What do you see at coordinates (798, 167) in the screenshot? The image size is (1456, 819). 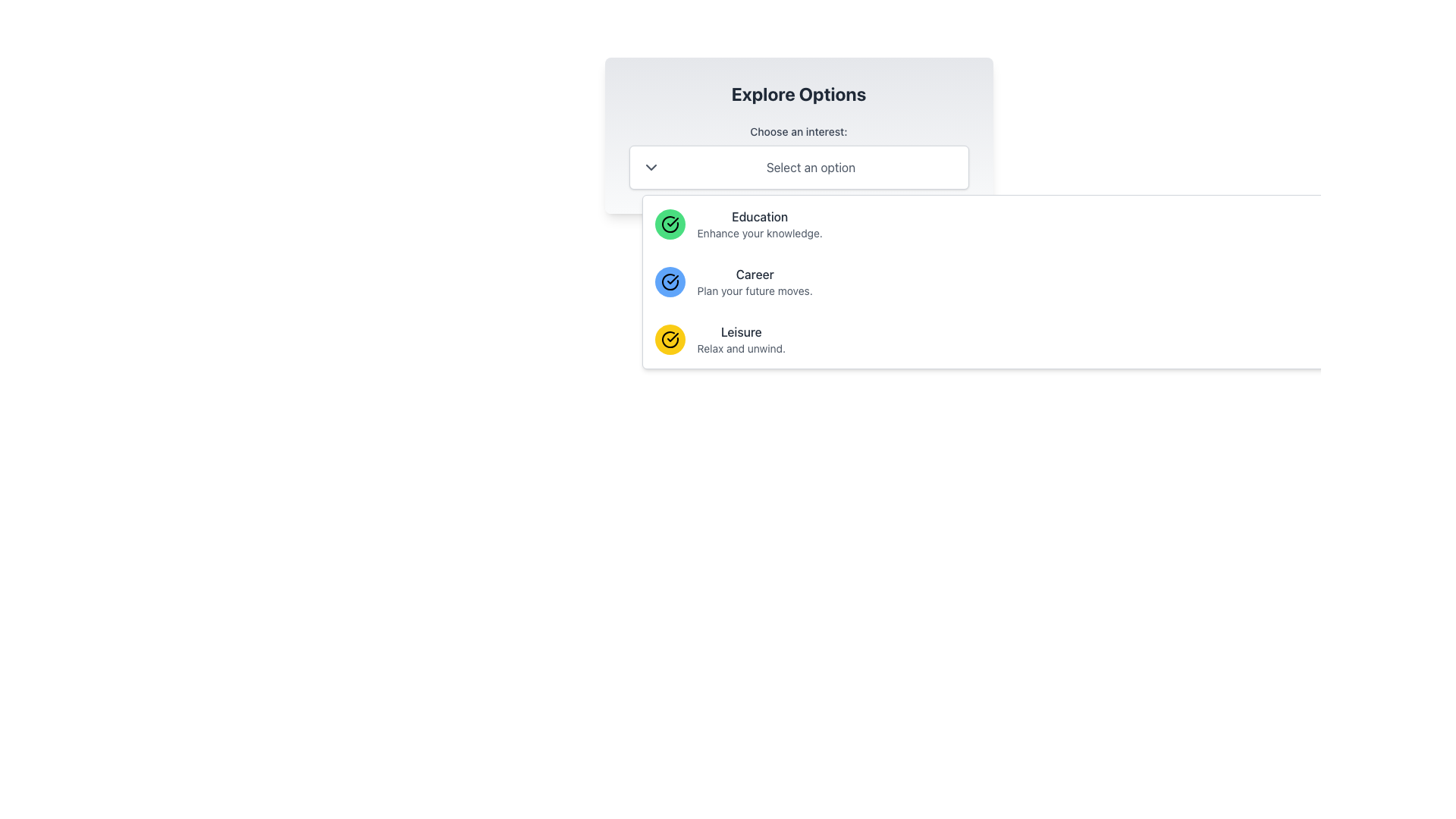 I see `the dropdown menu with white background and gray border labeled 'Select an option' located below the header 'Choose an interest:'` at bounding box center [798, 167].